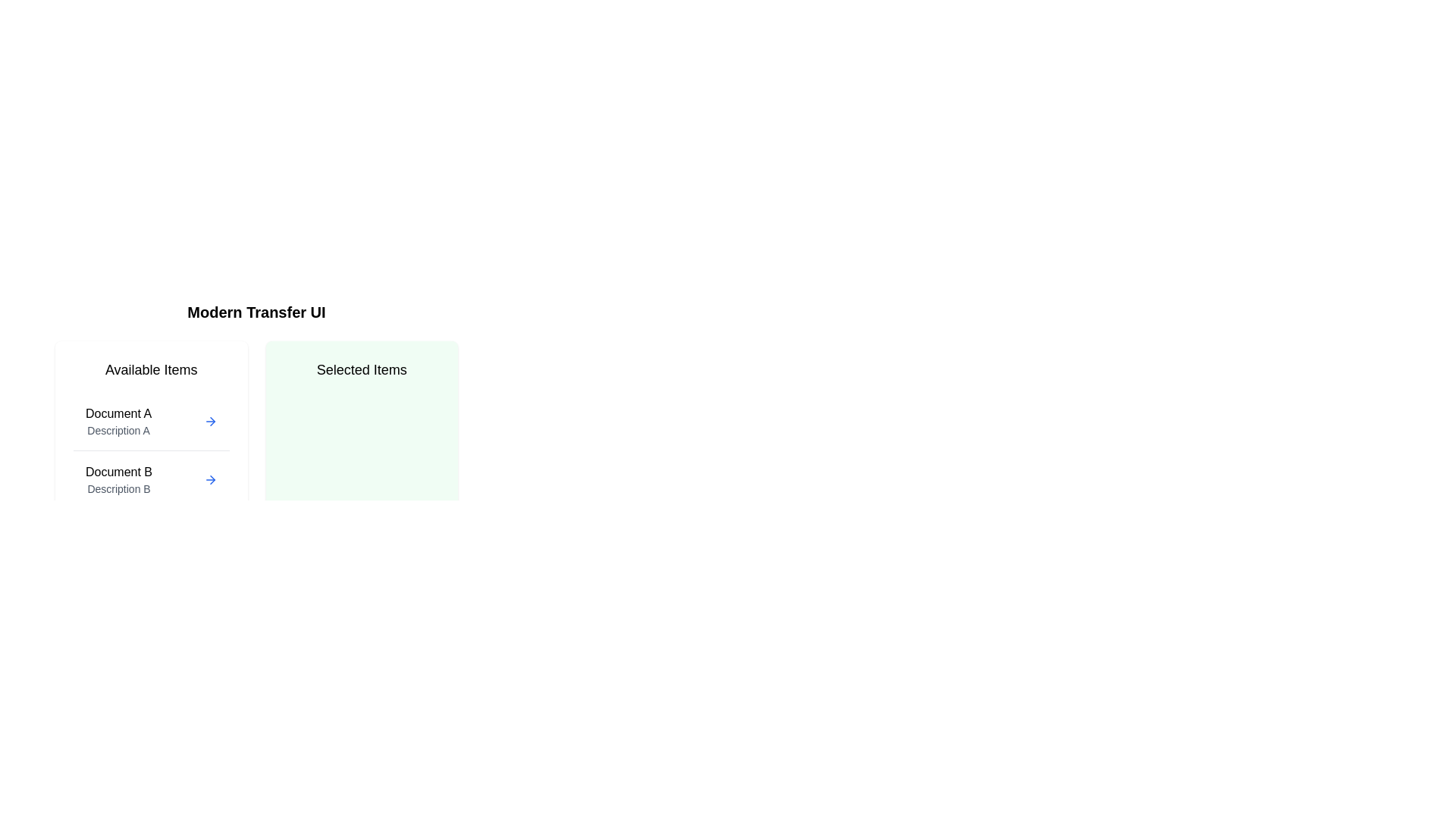 The height and width of the screenshot is (819, 1456). Describe the element at coordinates (209, 479) in the screenshot. I see `the second arrow icon button in the 'Available Items' pane, which is aligned with 'Document B' and adjacent to 'Description B'` at that location.